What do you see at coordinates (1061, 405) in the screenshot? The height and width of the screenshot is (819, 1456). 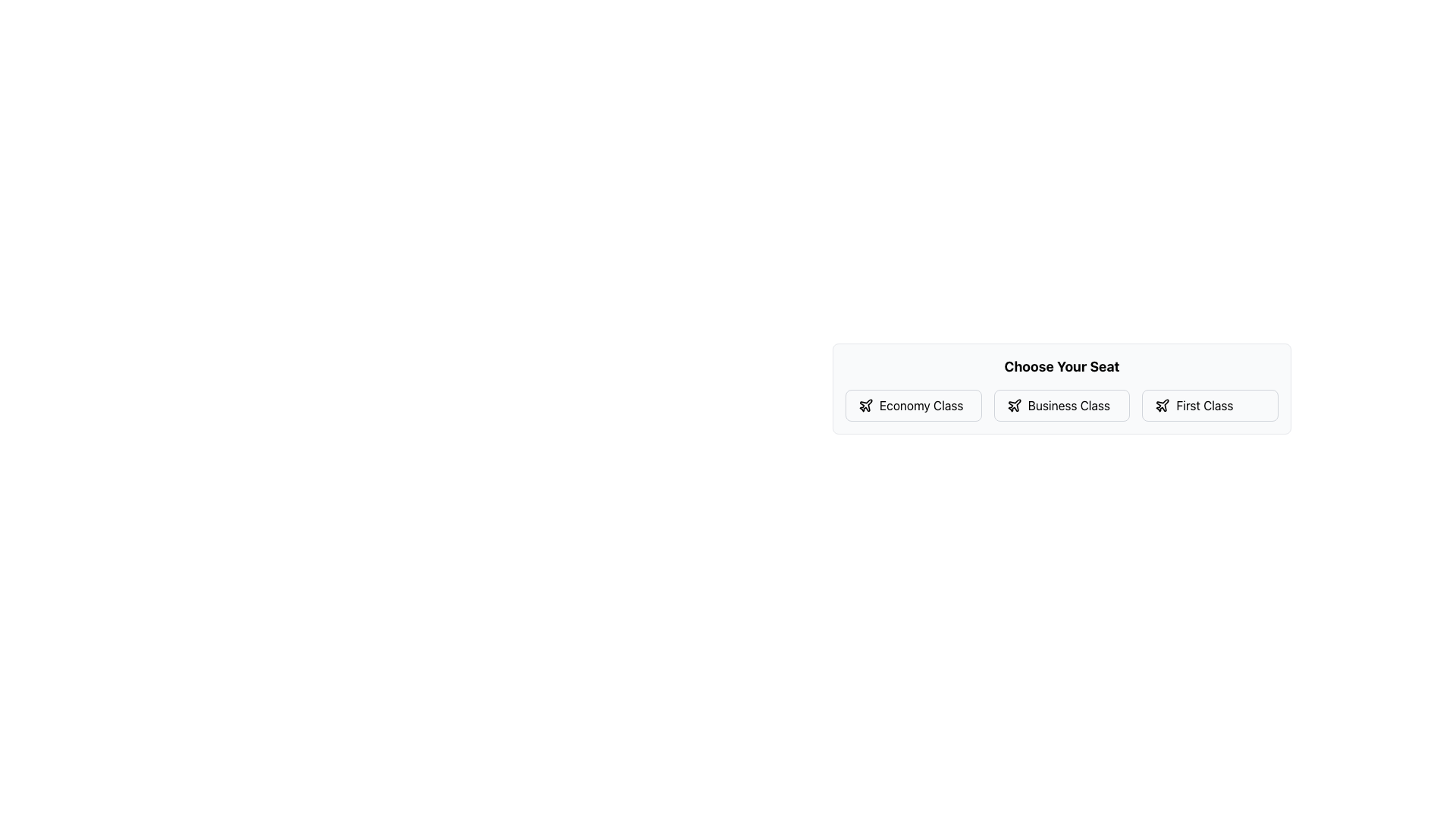 I see `the seating category selection group located in the 'Choose Your Seat' section` at bounding box center [1061, 405].